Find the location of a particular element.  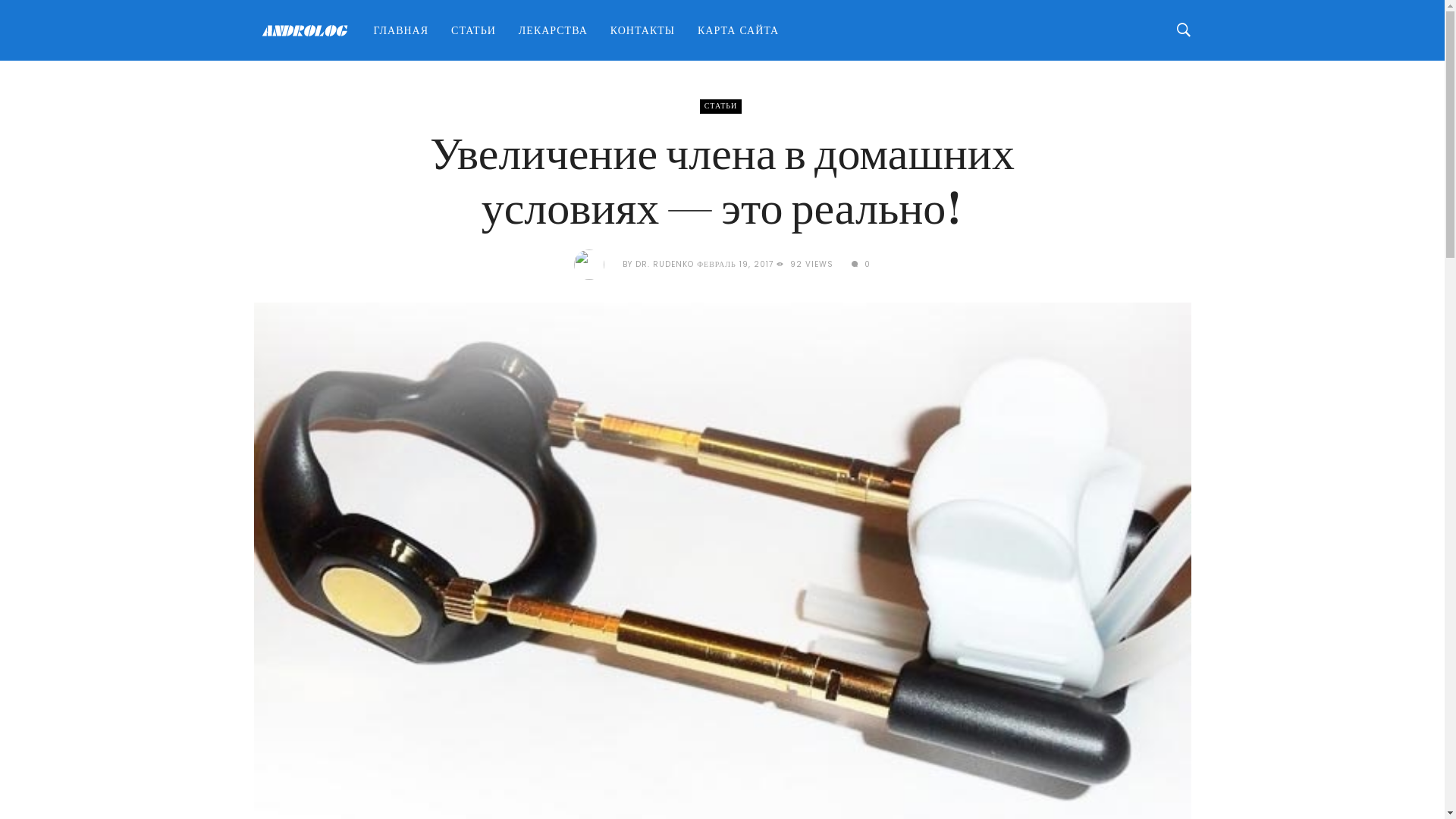

'DR. RUDENKO' is located at coordinates (664, 263).